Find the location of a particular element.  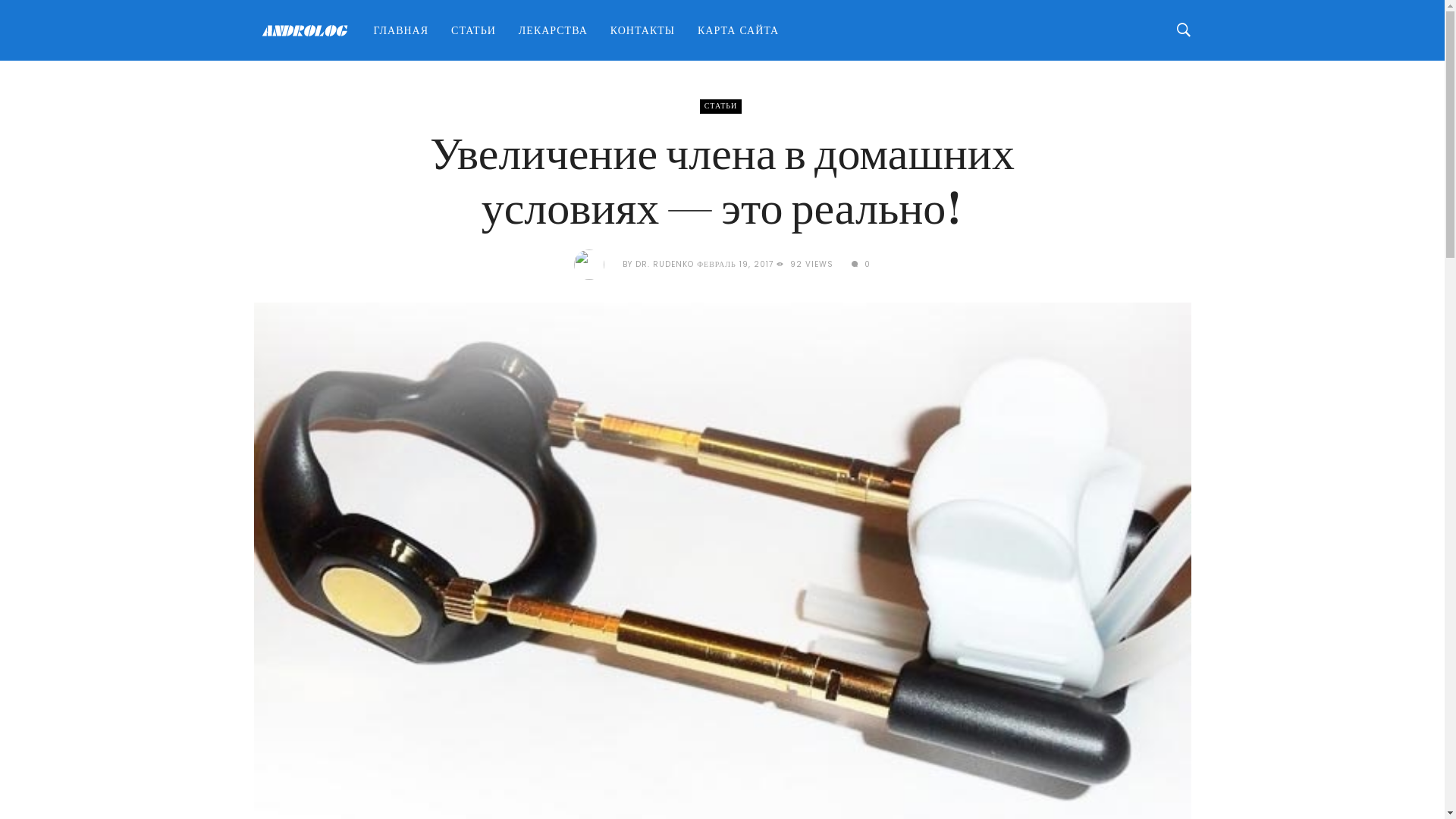

'DR. RUDENKO' is located at coordinates (664, 263).